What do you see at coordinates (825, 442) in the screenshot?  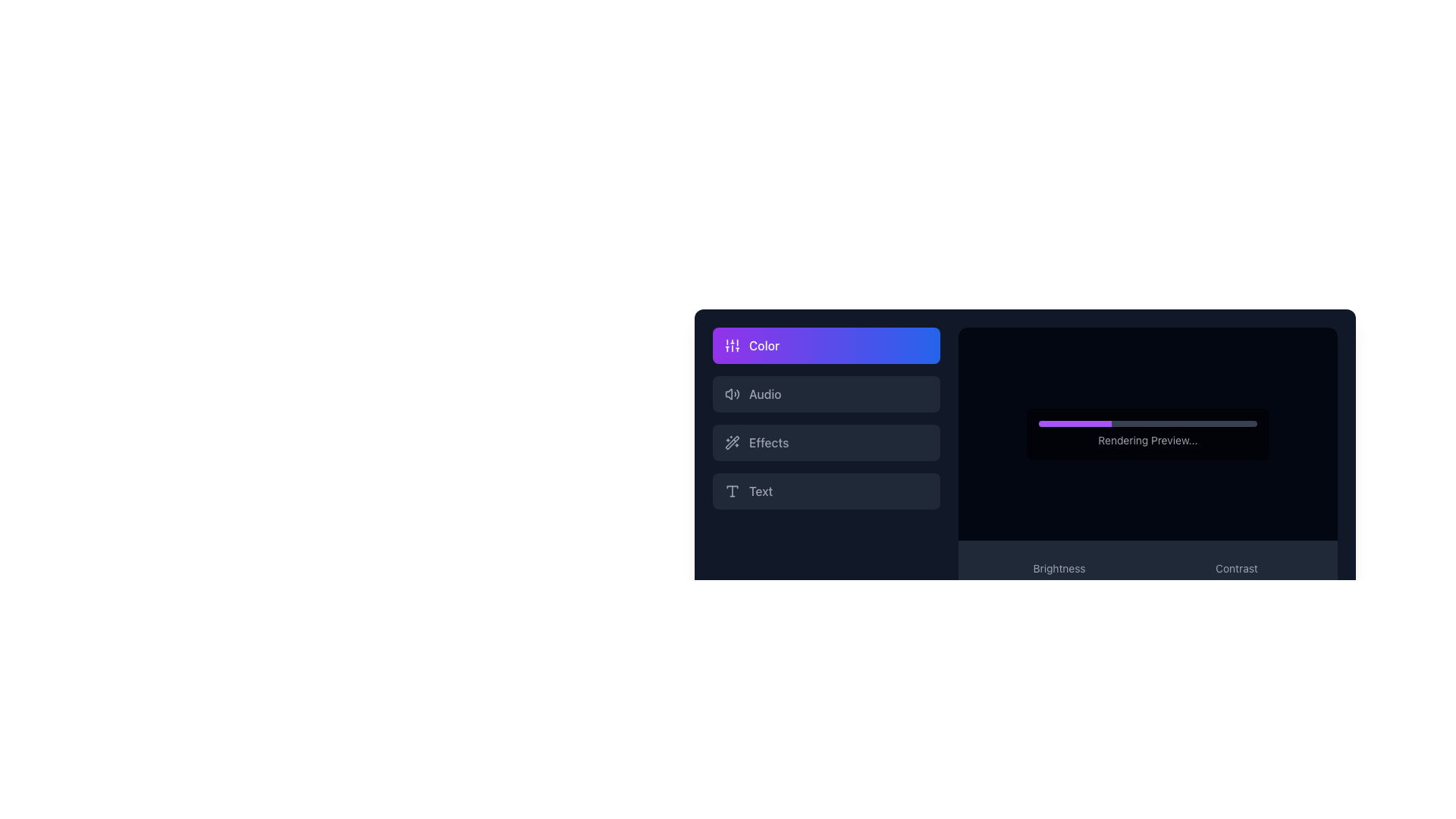 I see `the 'Effects' menu item, which is the third item in the vertical list, to change its highlight state` at bounding box center [825, 442].